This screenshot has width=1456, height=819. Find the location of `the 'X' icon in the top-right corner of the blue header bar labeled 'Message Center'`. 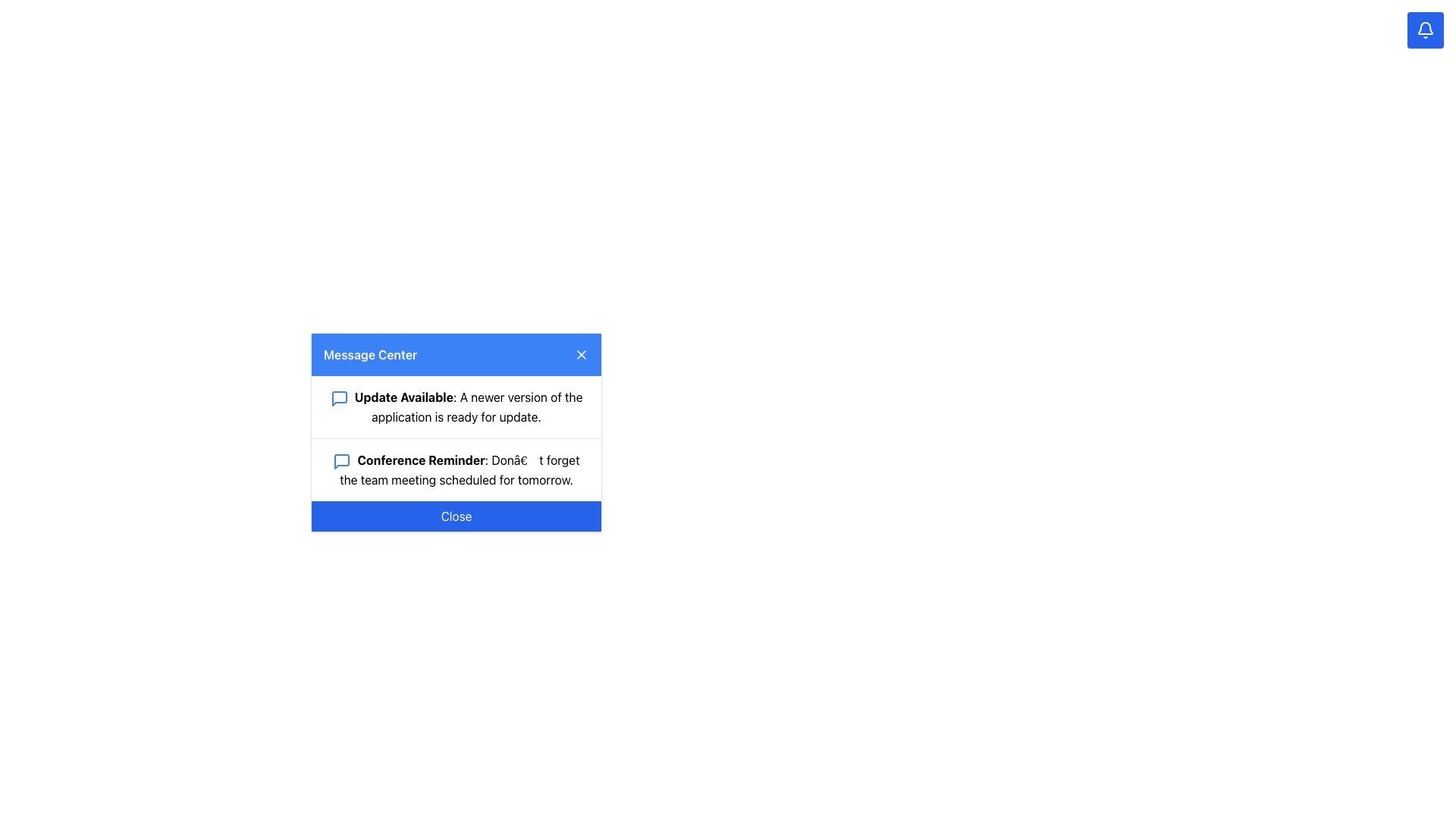

the 'X' icon in the top-right corner of the blue header bar labeled 'Message Center' is located at coordinates (581, 354).